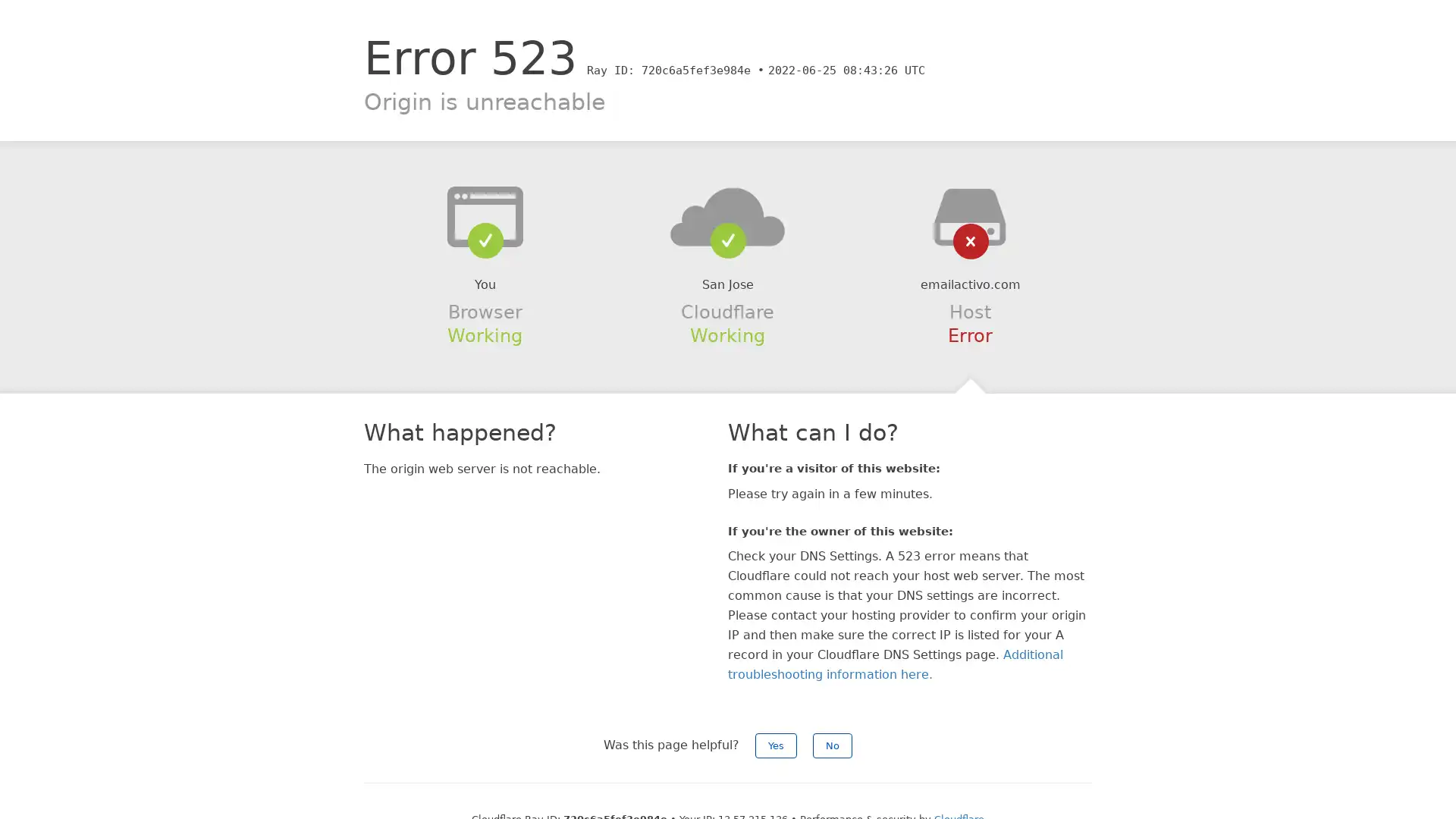 The width and height of the screenshot is (1456, 819). What do you see at coordinates (832, 745) in the screenshot?
I see `No` at bounding box center [832, 745].